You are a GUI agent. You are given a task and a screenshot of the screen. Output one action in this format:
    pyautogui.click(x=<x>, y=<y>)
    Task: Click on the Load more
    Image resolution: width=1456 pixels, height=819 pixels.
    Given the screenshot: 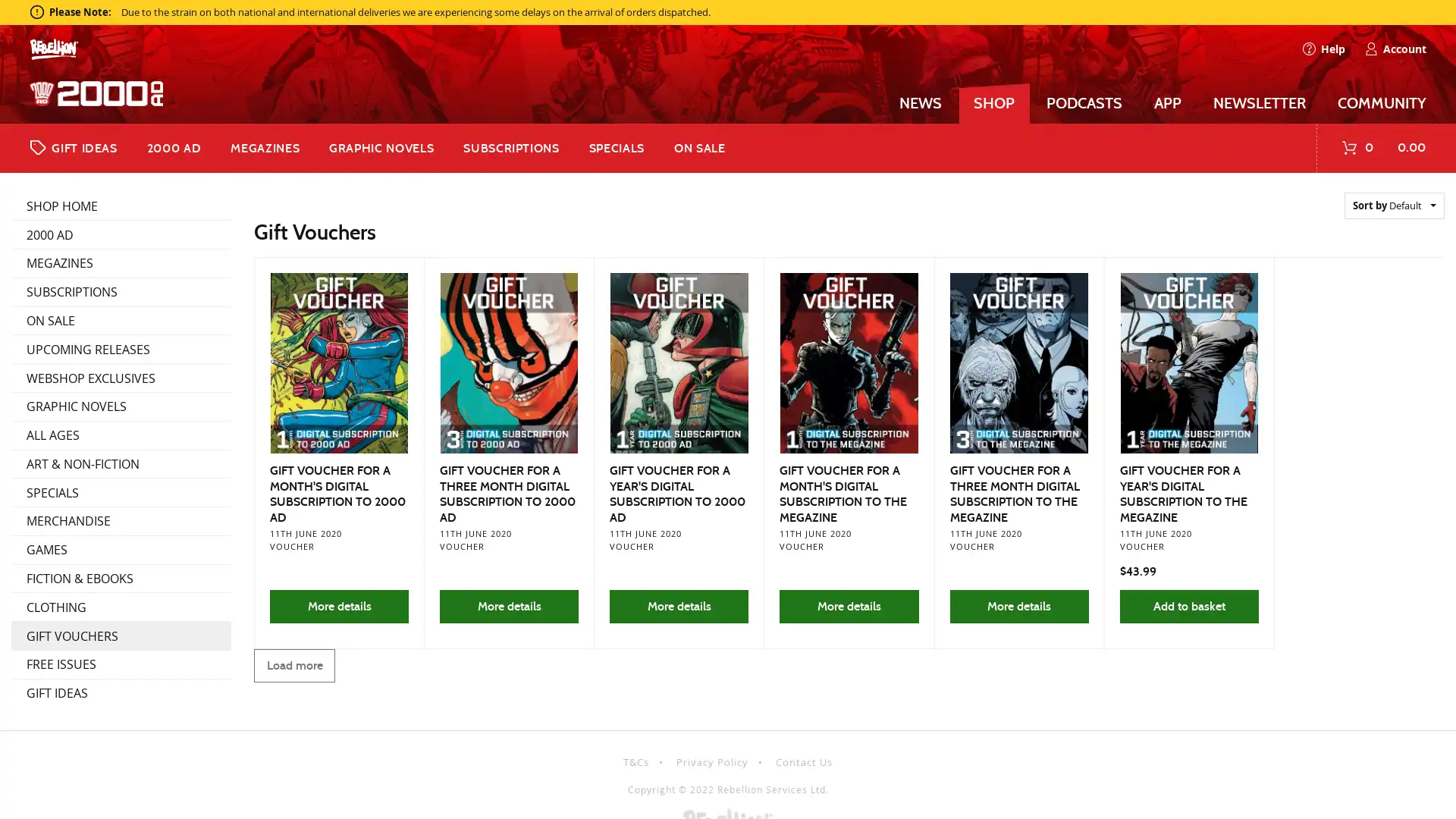 What is the action you would take?
    pyautogui.click(x=294, y=665)
    